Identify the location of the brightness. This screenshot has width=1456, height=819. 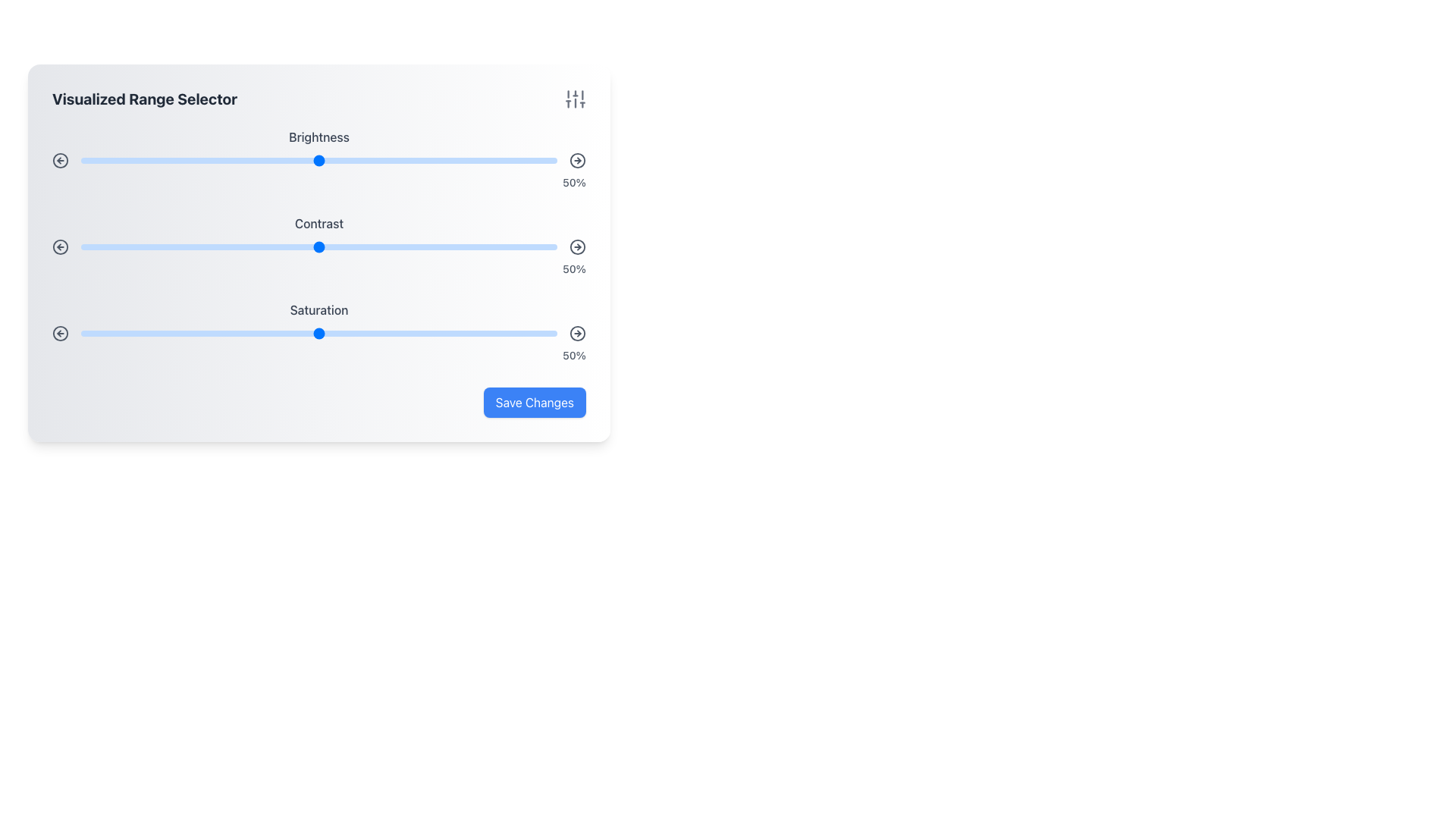
(432, 161).